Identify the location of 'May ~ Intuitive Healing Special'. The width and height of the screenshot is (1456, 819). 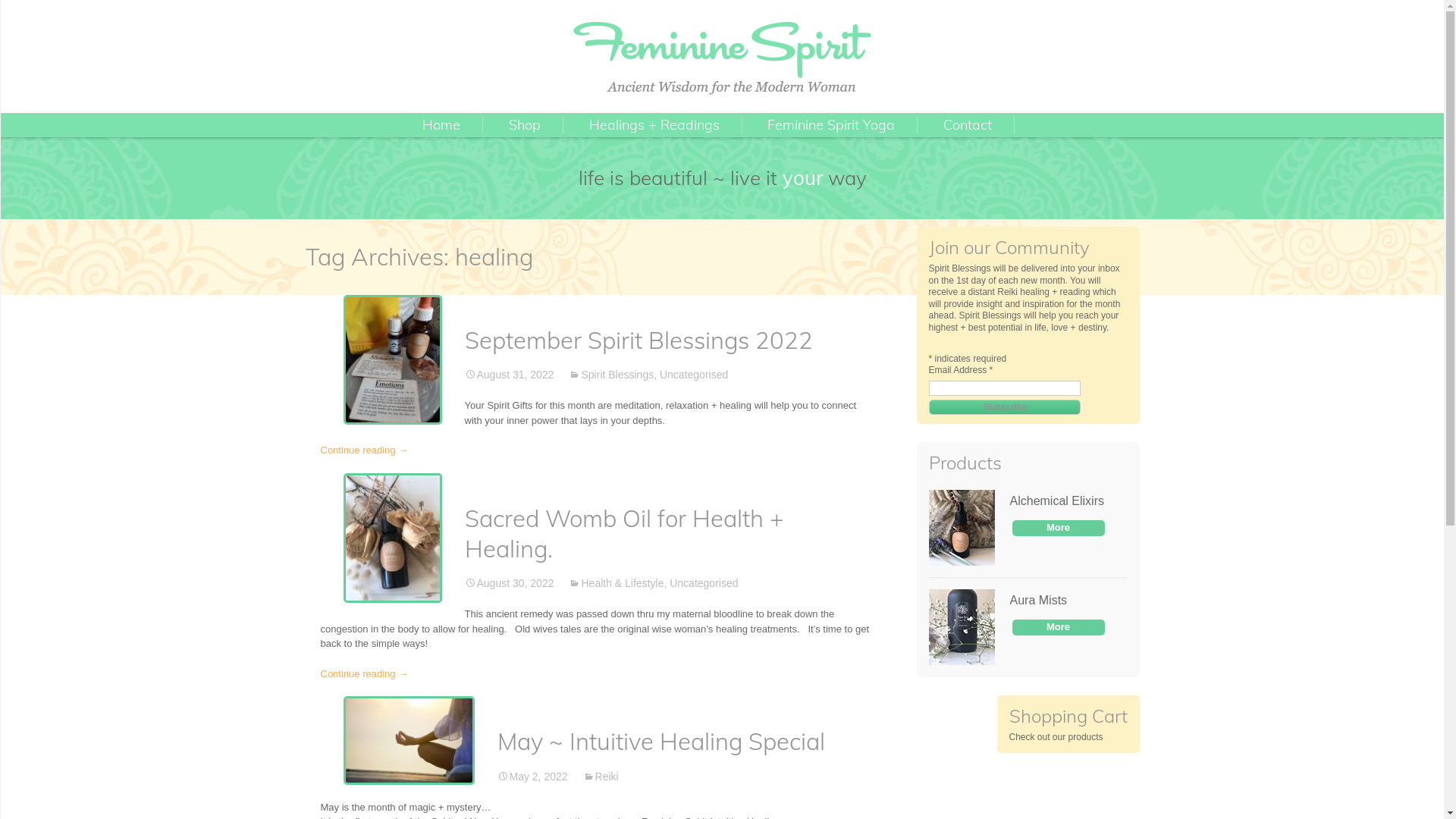
(661, 740).